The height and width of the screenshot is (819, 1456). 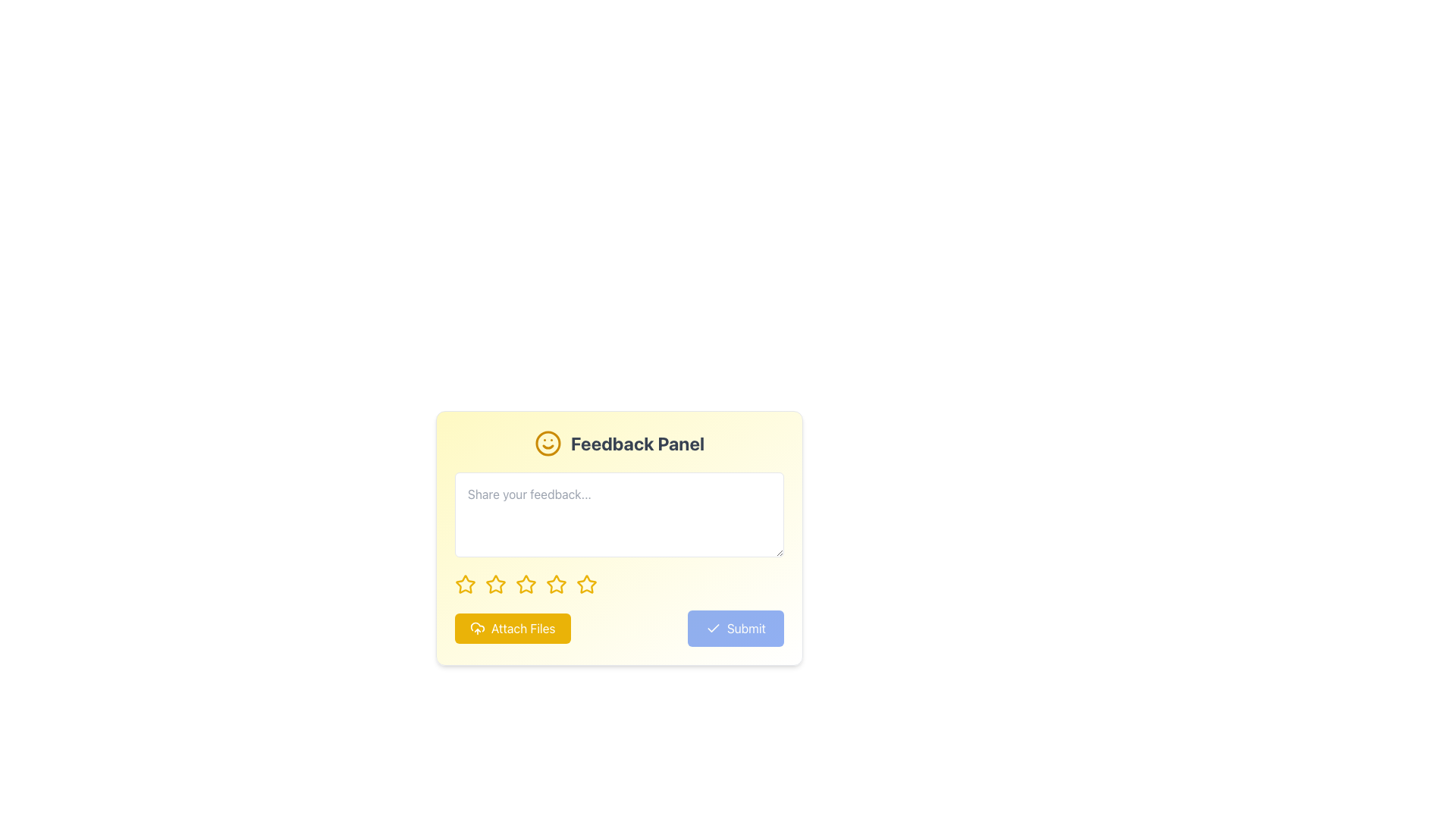 What do you see at coordinates (513, 629) in the screenshot?
I see `the 'Attach Files' button, which is a yellow rectangular button with rounded corners, featuring a white cloud-like upload icon and the text 'Attach Files' centered in white, located in the bottom-left section of the 'Feedback Panel'` at bounding box center [513, 629].